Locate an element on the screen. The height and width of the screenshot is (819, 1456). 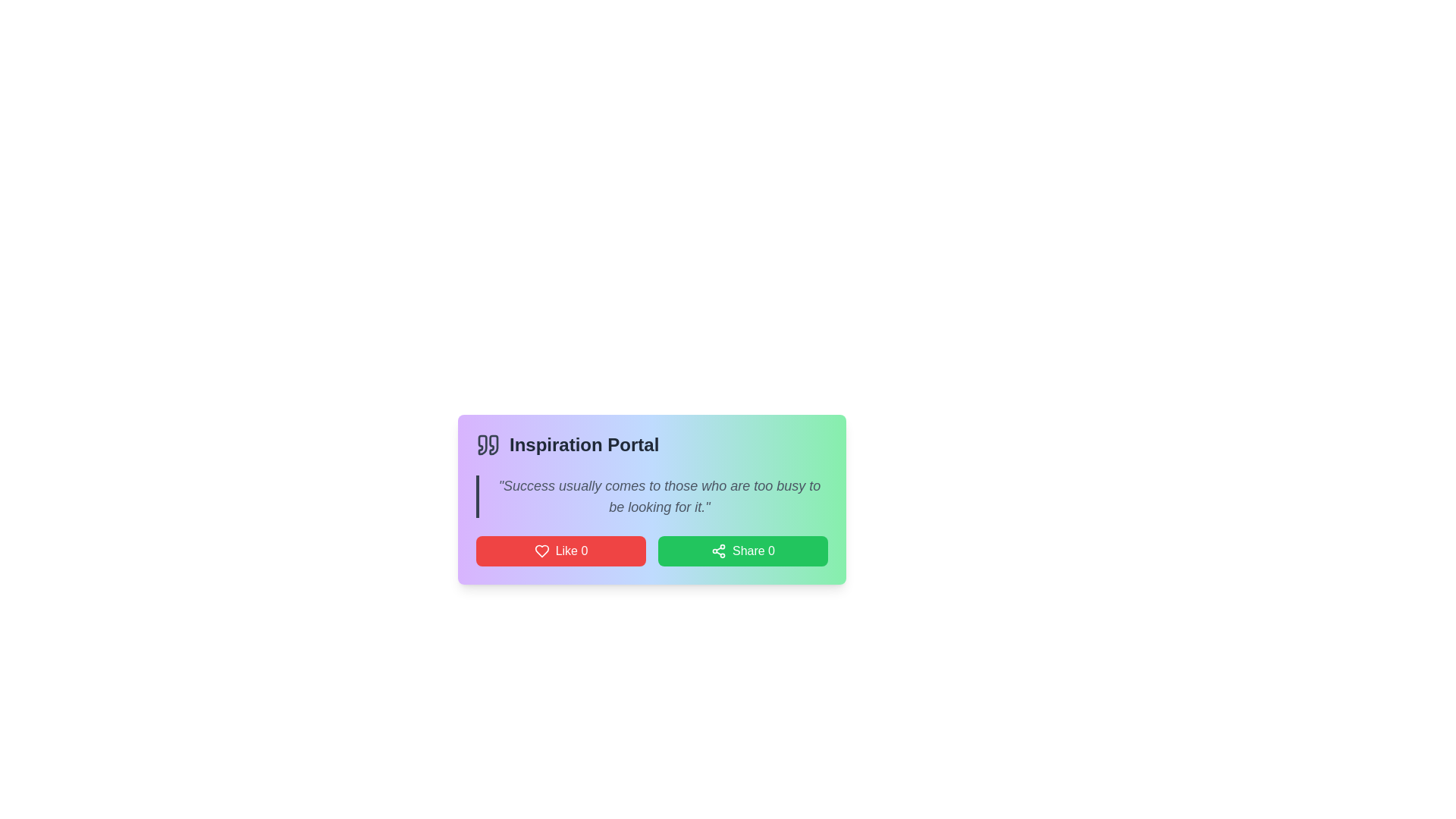
the static text label titled 'Inspiration Portal', which serves as a section title and is positioned to the right of a quotation mark icon is located at coordinates (583, 444).